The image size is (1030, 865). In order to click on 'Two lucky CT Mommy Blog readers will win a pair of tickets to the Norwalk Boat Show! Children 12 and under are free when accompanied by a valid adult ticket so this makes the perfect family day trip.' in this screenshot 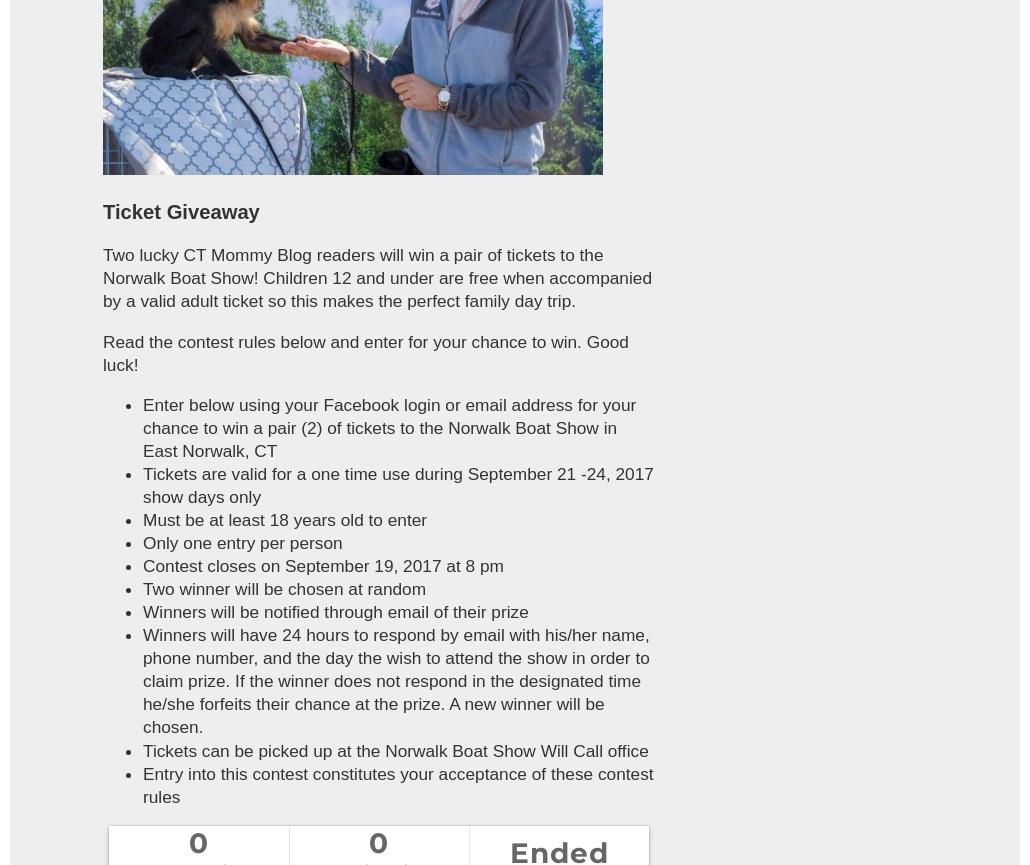, I will do `click(102, 277)`.